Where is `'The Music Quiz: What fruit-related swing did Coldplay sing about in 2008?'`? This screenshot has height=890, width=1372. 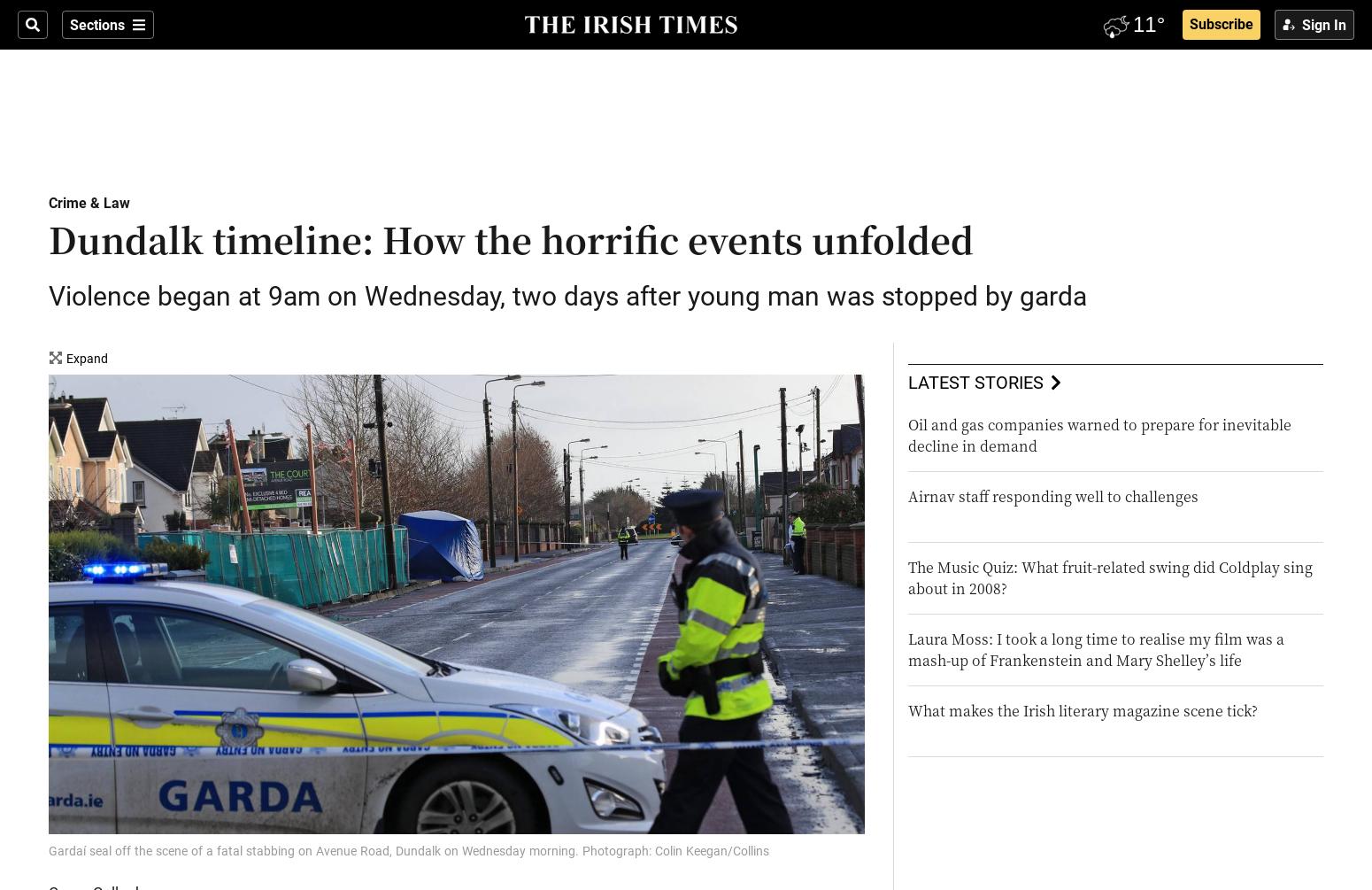
'The Music Quiz: What fruit-related swing did Coldplay sing about in 2008?' is located at coordinates (1108, 577).